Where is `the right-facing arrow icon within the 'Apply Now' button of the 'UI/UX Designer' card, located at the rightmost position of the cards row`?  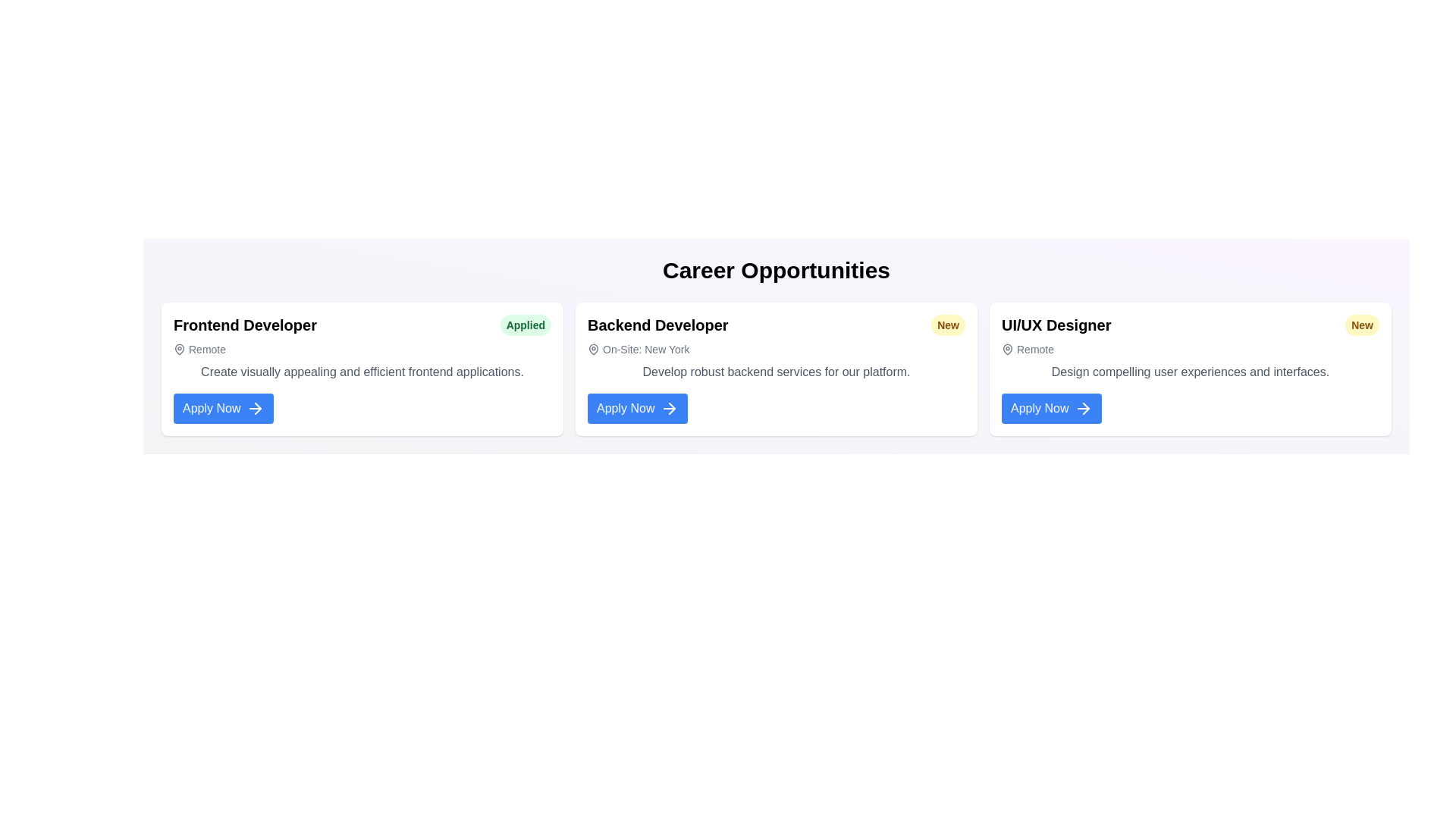
the right-facing arrow icon within the 'Apply Now' button of the 'UI/UX Designer' card, located at the rightmost position of the cards row is located at coordinates (1083, 408).